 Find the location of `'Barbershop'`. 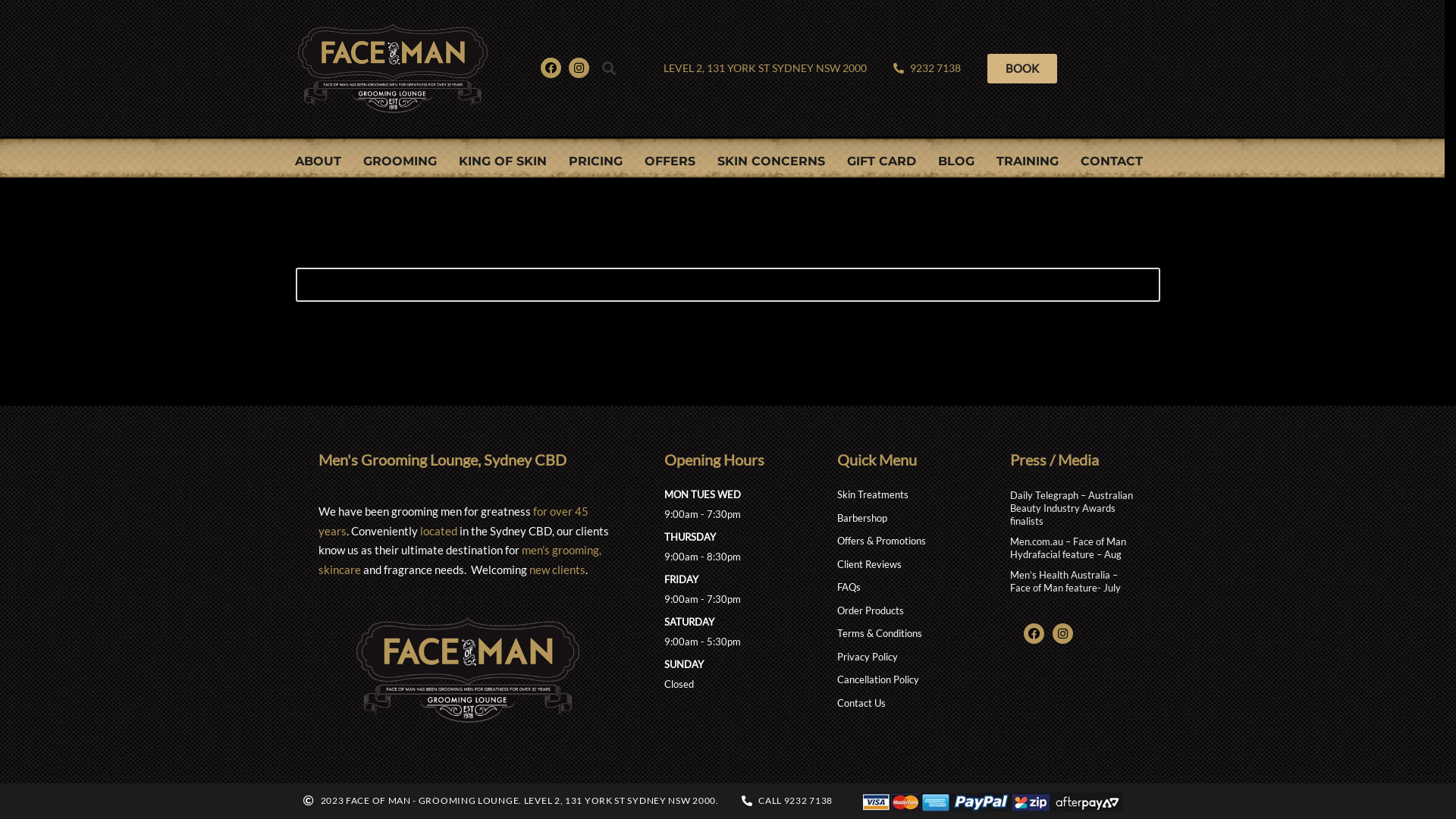

'Barbershop' is located at coordinates (900, 517).